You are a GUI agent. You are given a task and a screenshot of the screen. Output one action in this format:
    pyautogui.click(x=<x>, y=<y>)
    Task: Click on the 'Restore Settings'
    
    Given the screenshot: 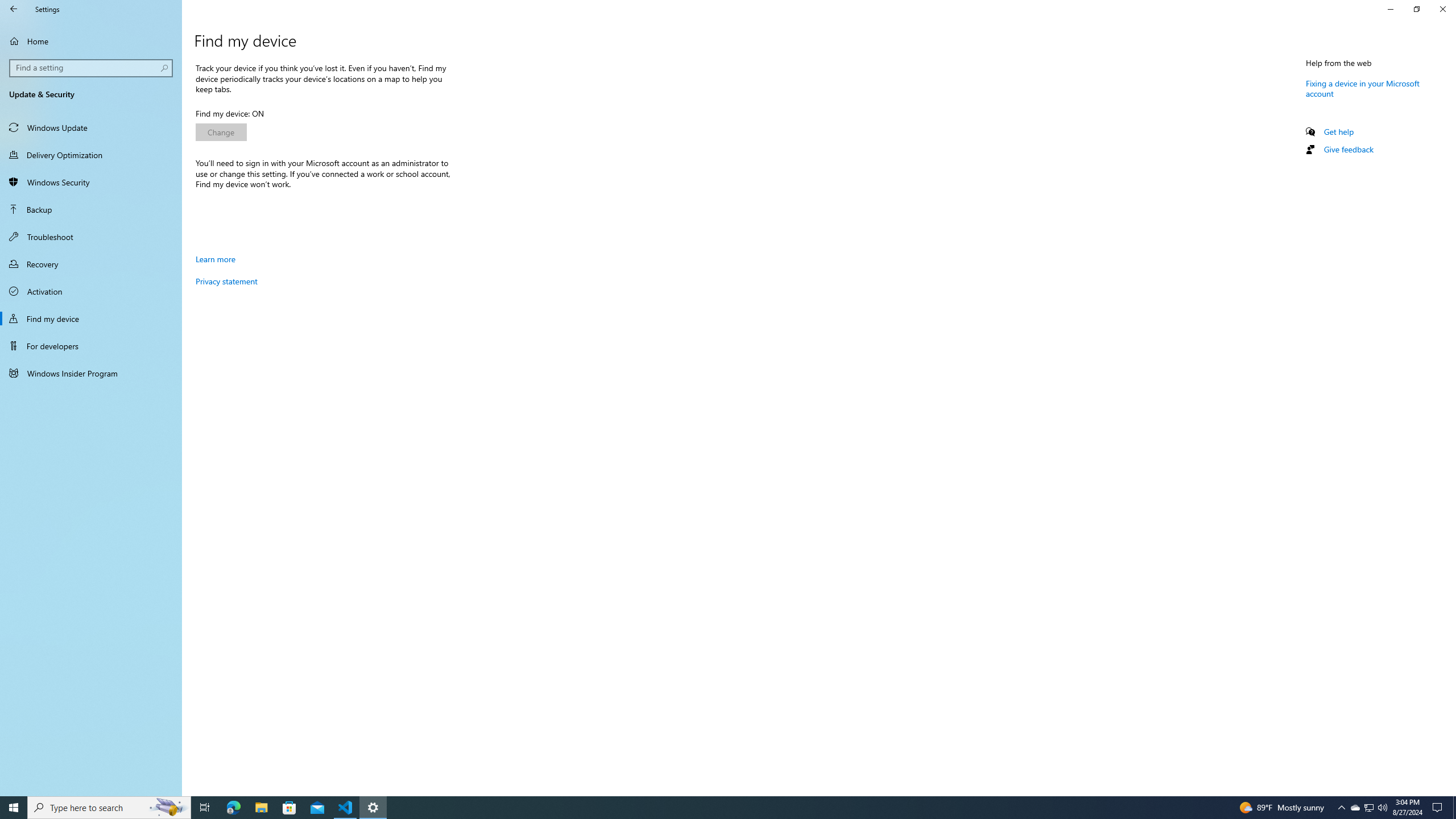 What is the action you would take?
    pyautogui.click(x=1416, y=9)
    